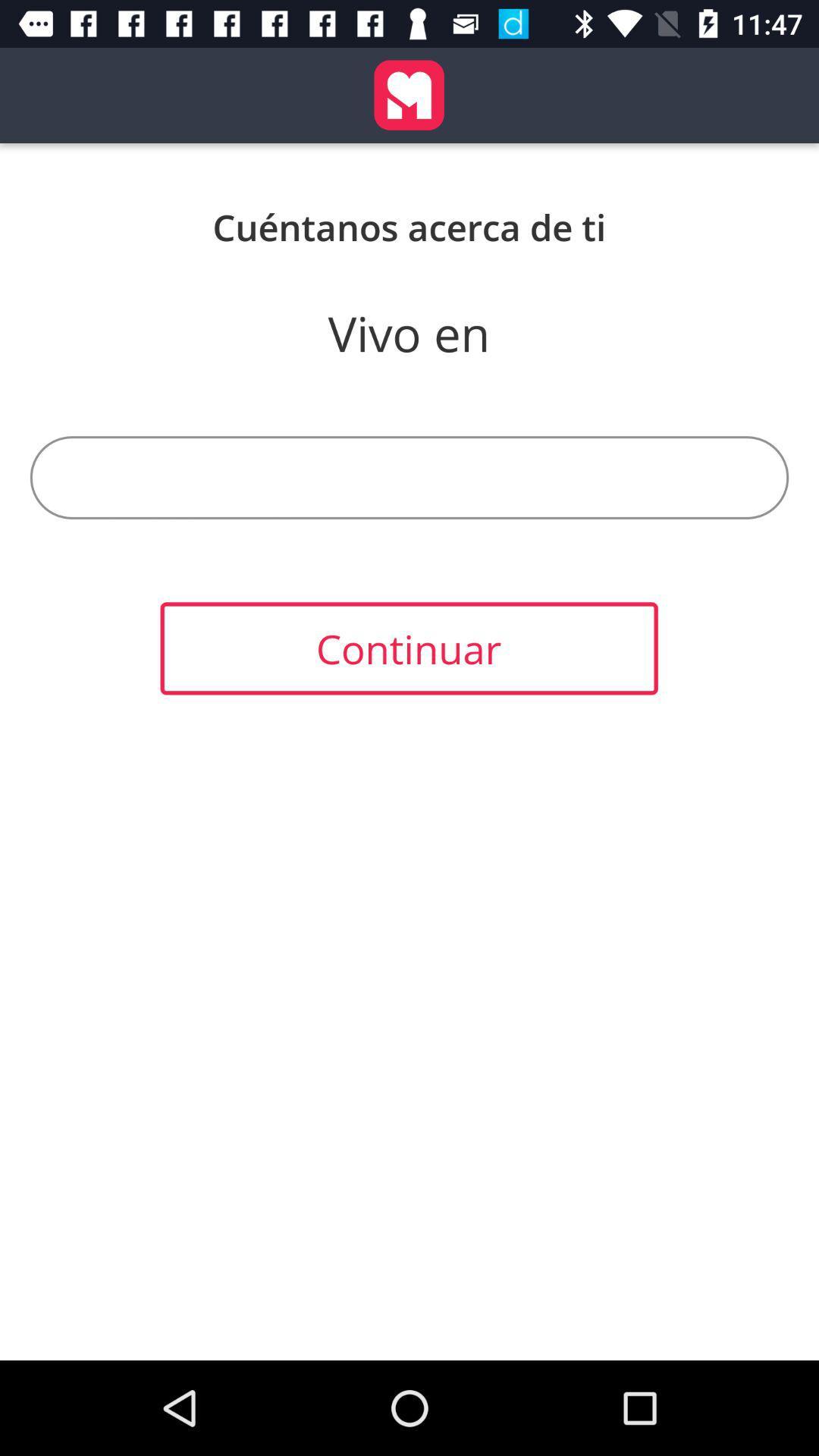 The image size is (819, 1456). Describe the element at coordinates (409, 476) in the screenshot. I see `item above continuar item` at that location.